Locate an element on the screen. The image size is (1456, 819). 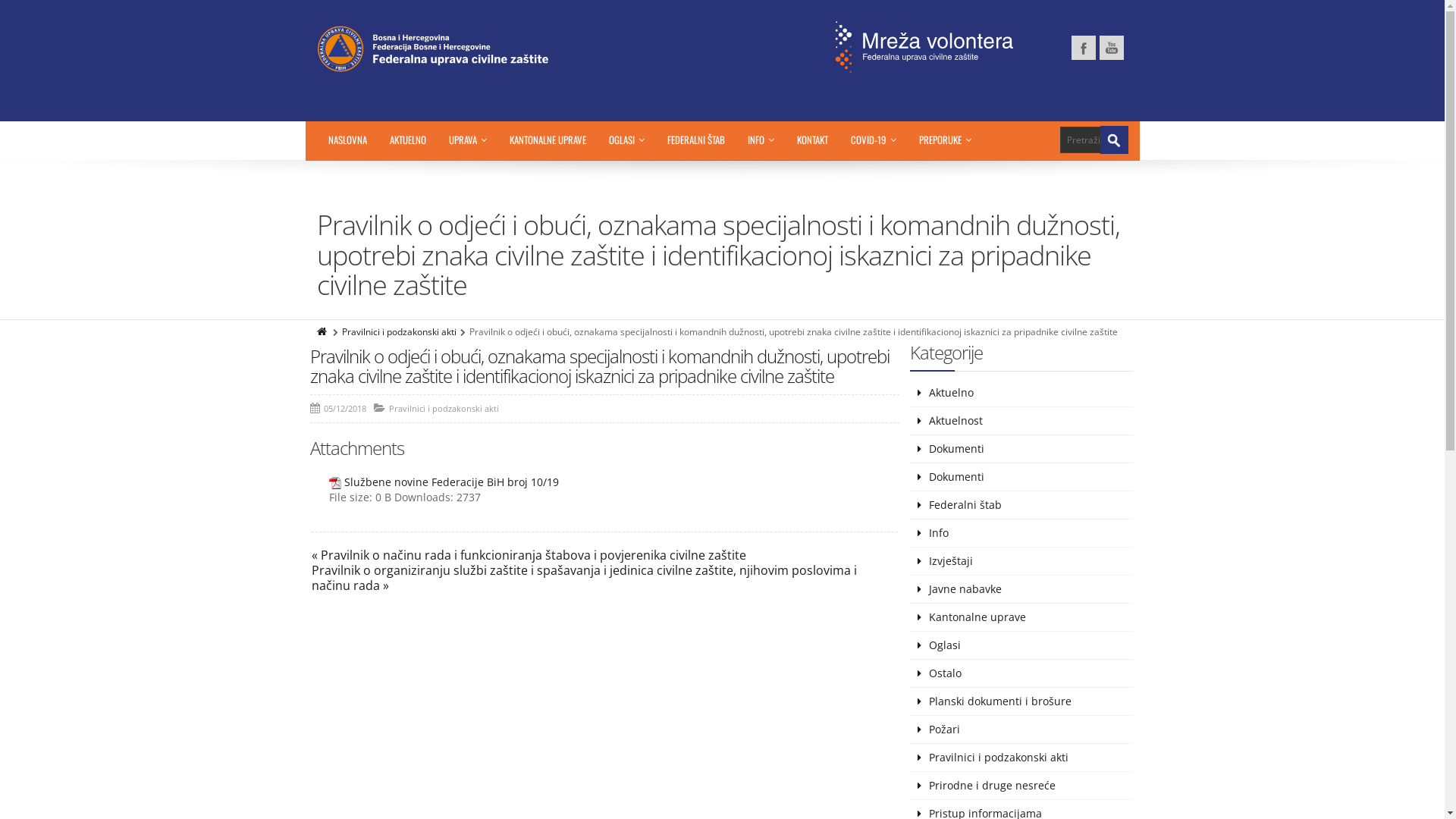
'Dokumenti' is located at coordinates (1021, 448).